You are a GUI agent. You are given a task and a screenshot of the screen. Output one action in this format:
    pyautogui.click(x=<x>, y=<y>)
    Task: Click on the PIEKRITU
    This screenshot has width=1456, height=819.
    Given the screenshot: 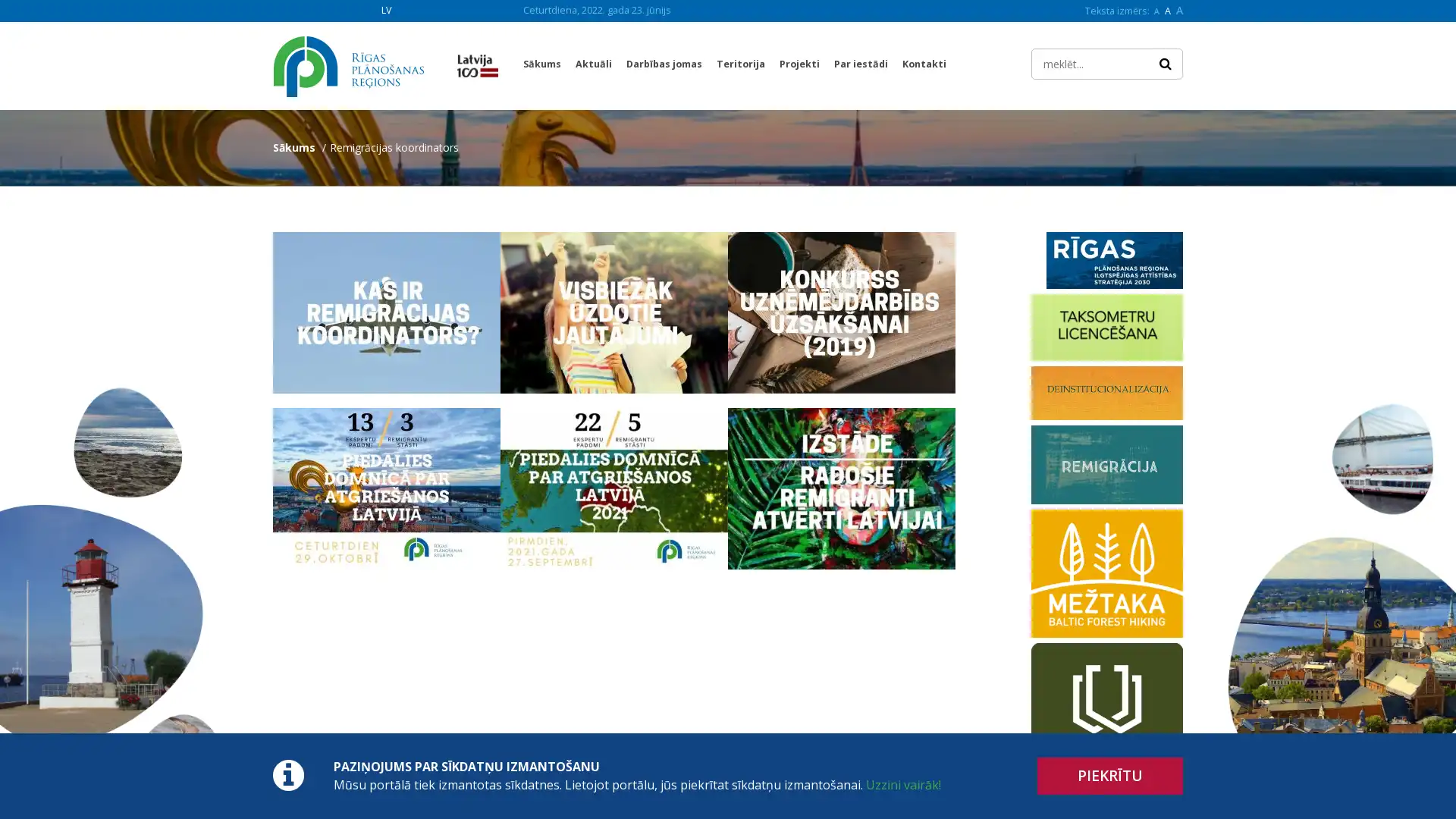 What is the action you would take?
    pyautogui.click(x=1110, y=776)
    